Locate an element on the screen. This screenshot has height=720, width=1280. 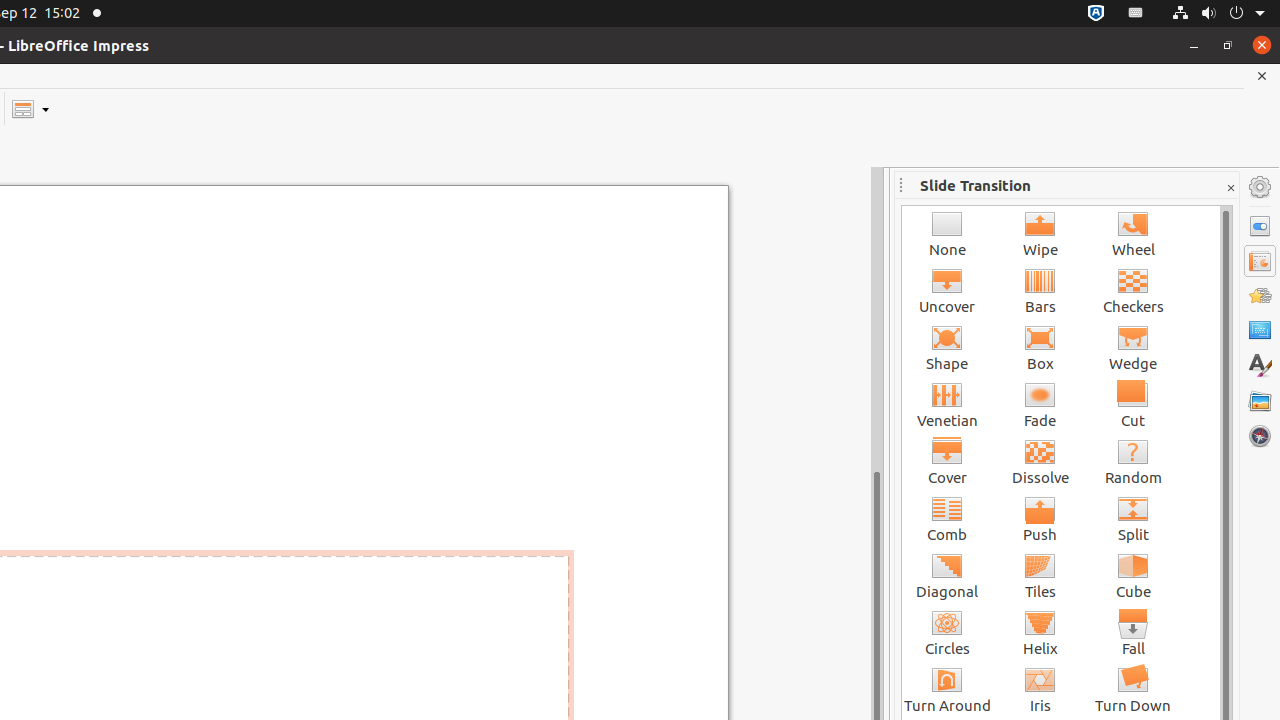
'Slide Transition' is located at coordinates (1259, 260).